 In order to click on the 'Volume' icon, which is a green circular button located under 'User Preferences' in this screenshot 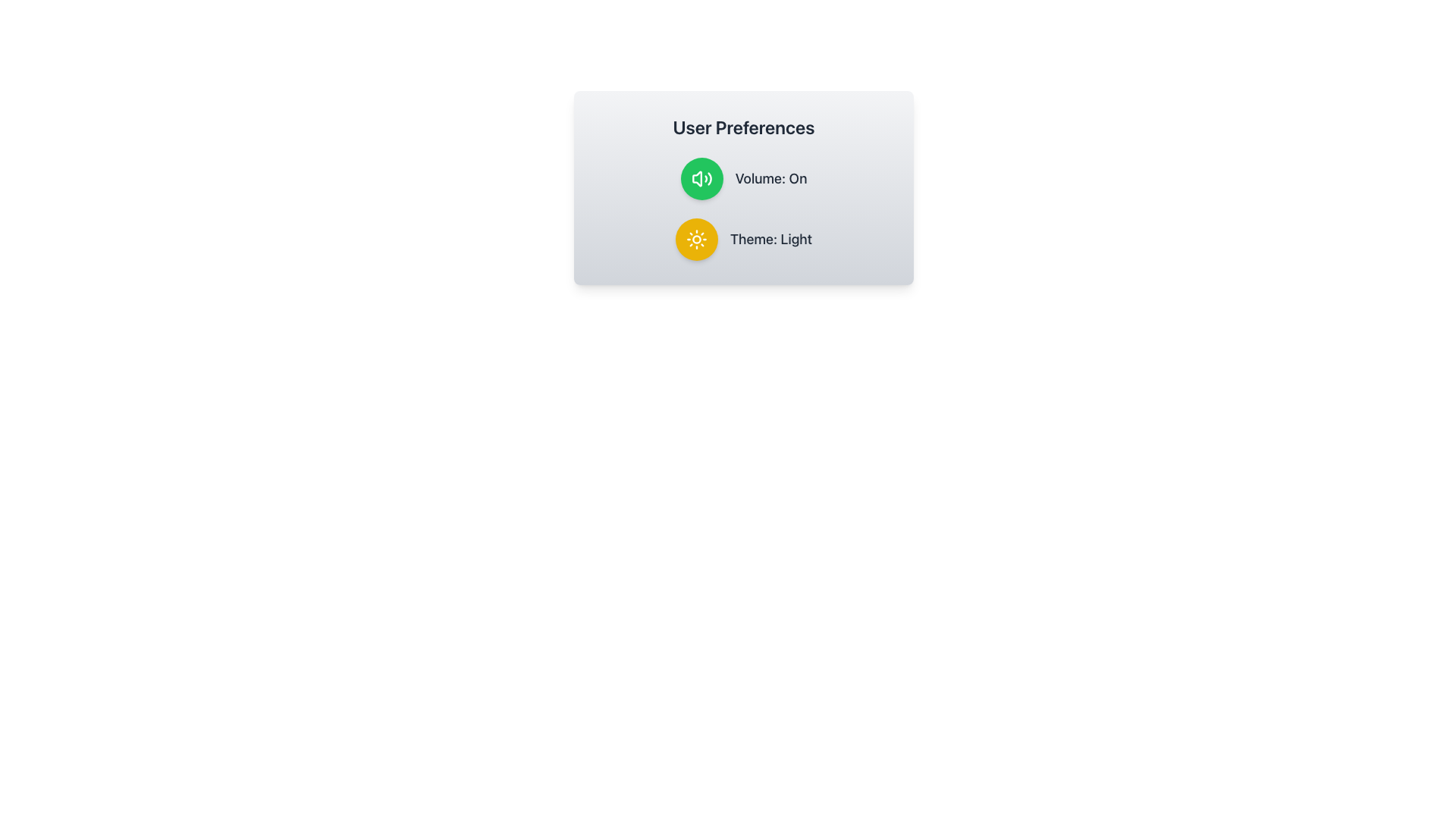, I will do `click(701, 177)`.